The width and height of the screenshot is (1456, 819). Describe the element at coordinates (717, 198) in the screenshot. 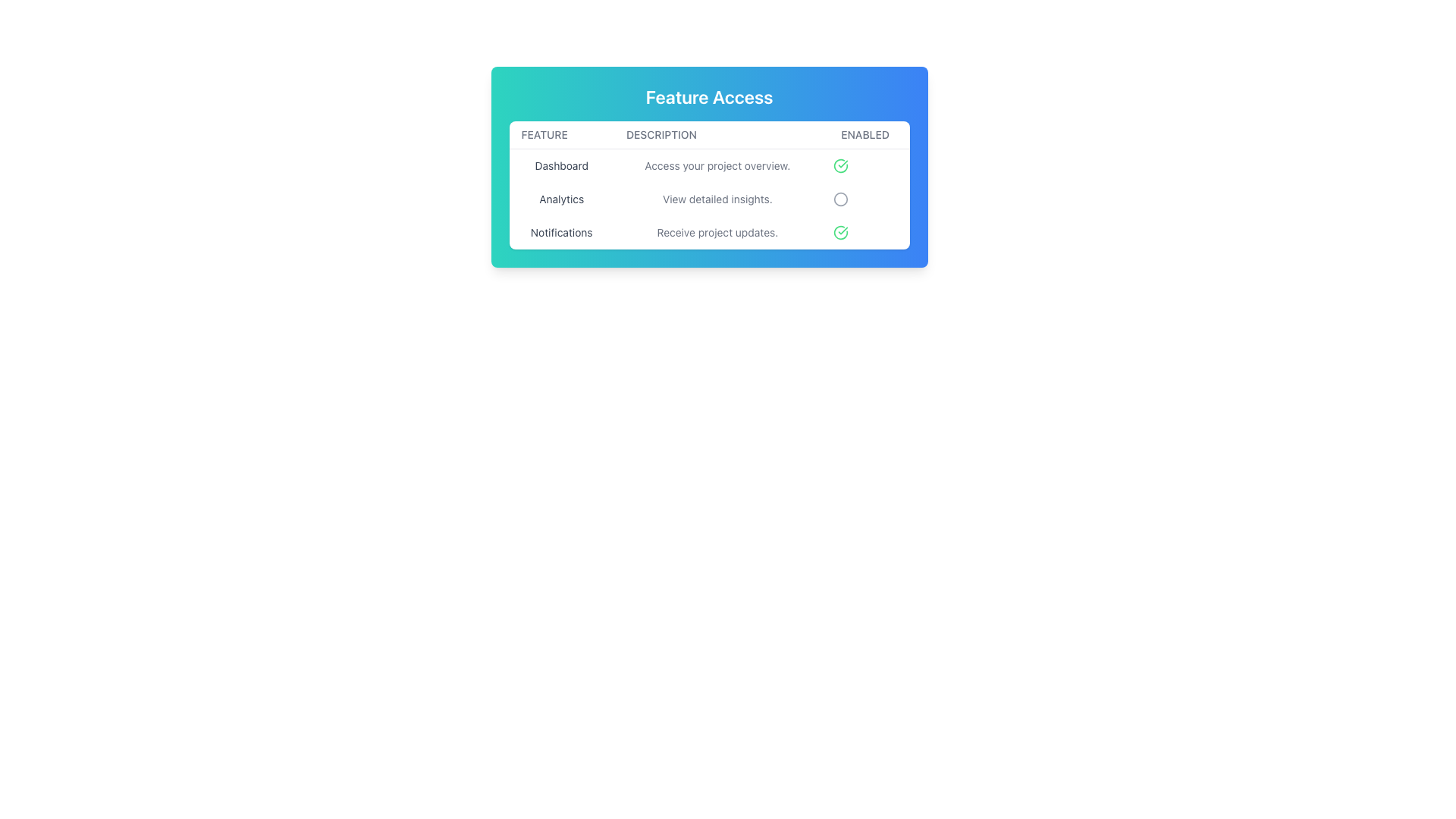

I see `the informational text label adjacent to the 'Analytics' feature` at that location.